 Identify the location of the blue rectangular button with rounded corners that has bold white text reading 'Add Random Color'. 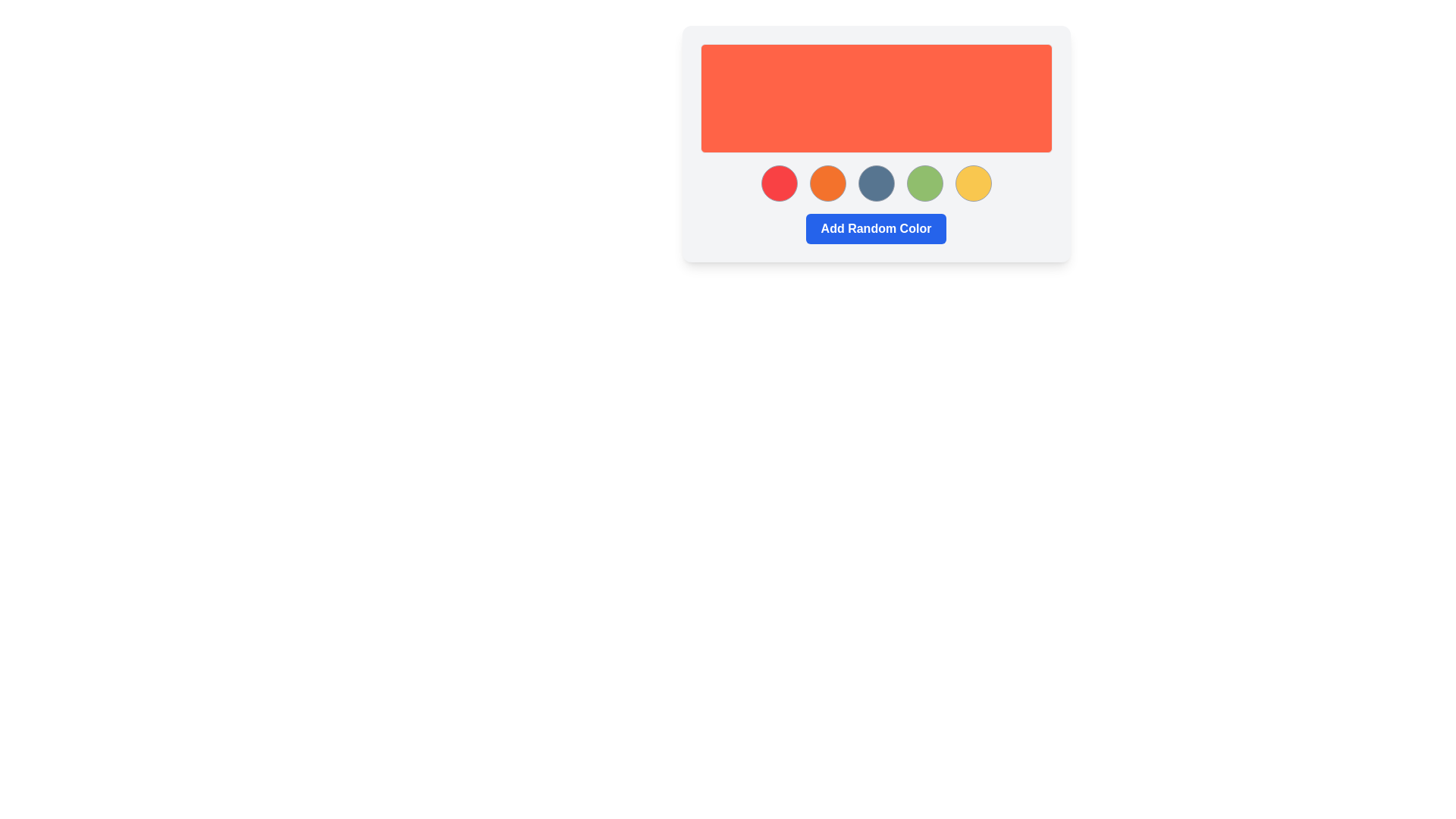
(876, 228).